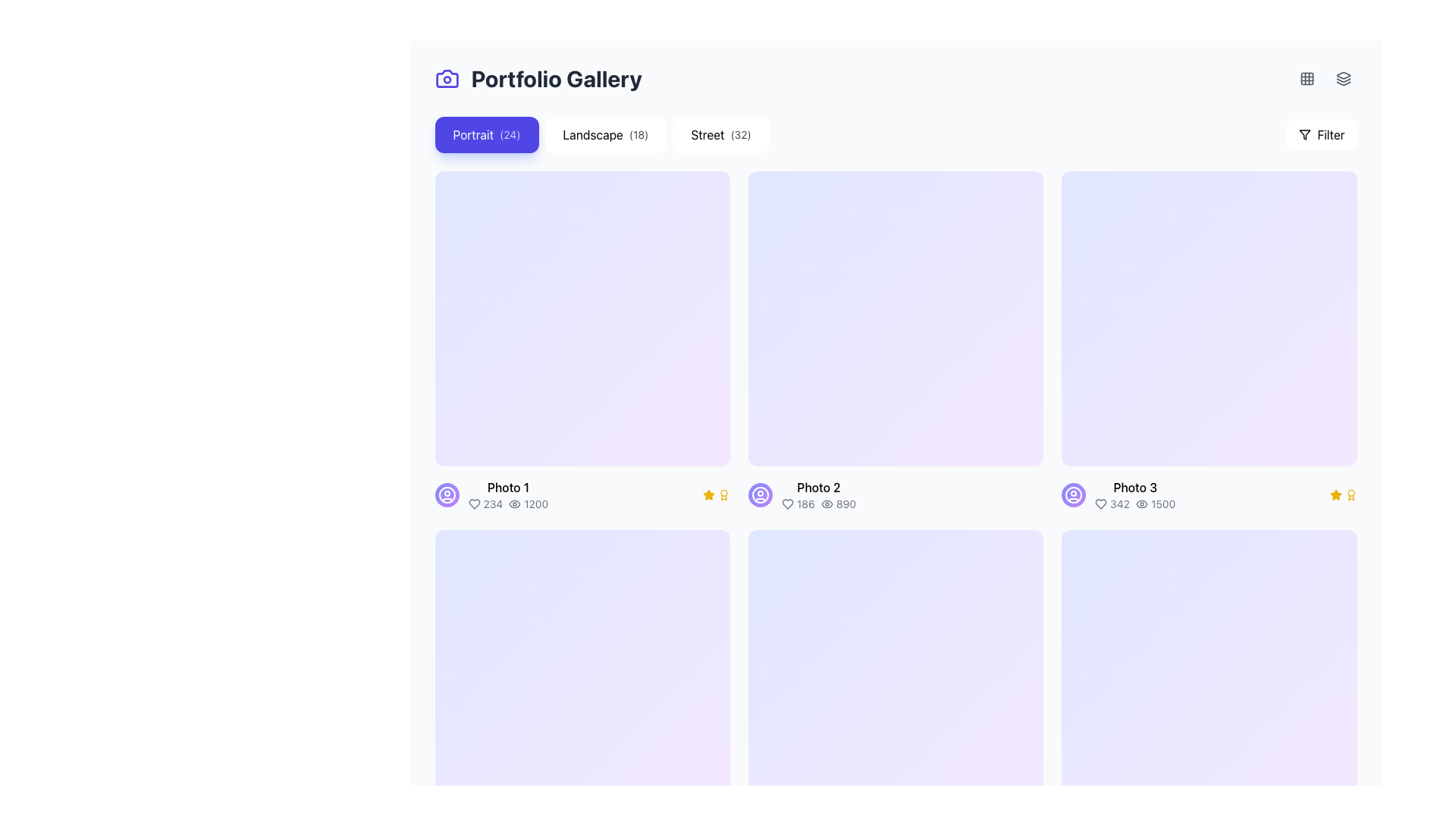 The height and width of the screenshot is (819, 1456). Describe the element at coordinates (446, 79) in the screenshot. I see `the camera icon located on the top-left side of the interface` at that location.